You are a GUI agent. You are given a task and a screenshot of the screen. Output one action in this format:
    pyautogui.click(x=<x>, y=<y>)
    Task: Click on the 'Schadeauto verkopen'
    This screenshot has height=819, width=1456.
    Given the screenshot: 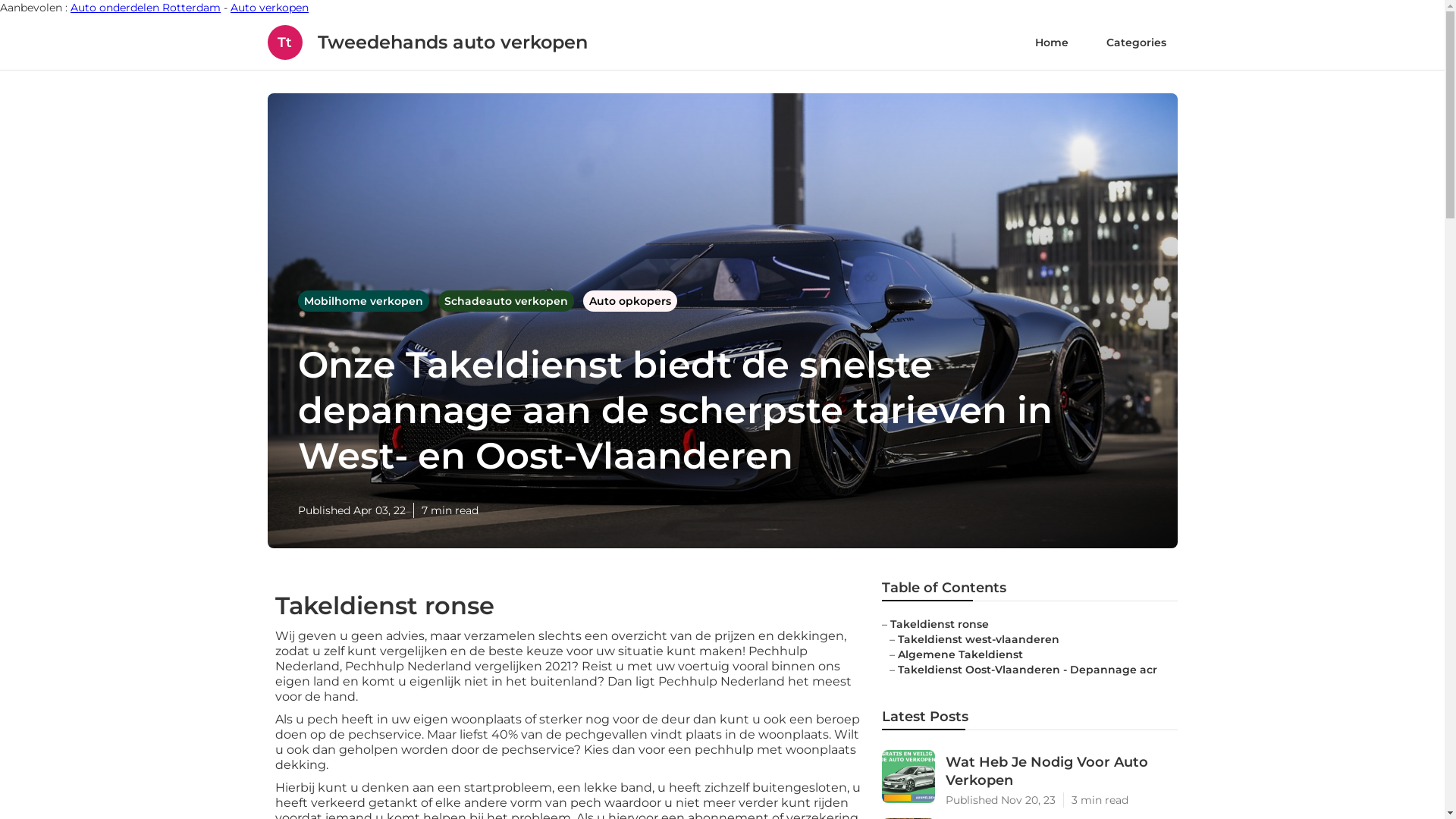 What is the action you would take?
    pyautogui.click(x=507, y=301)
    